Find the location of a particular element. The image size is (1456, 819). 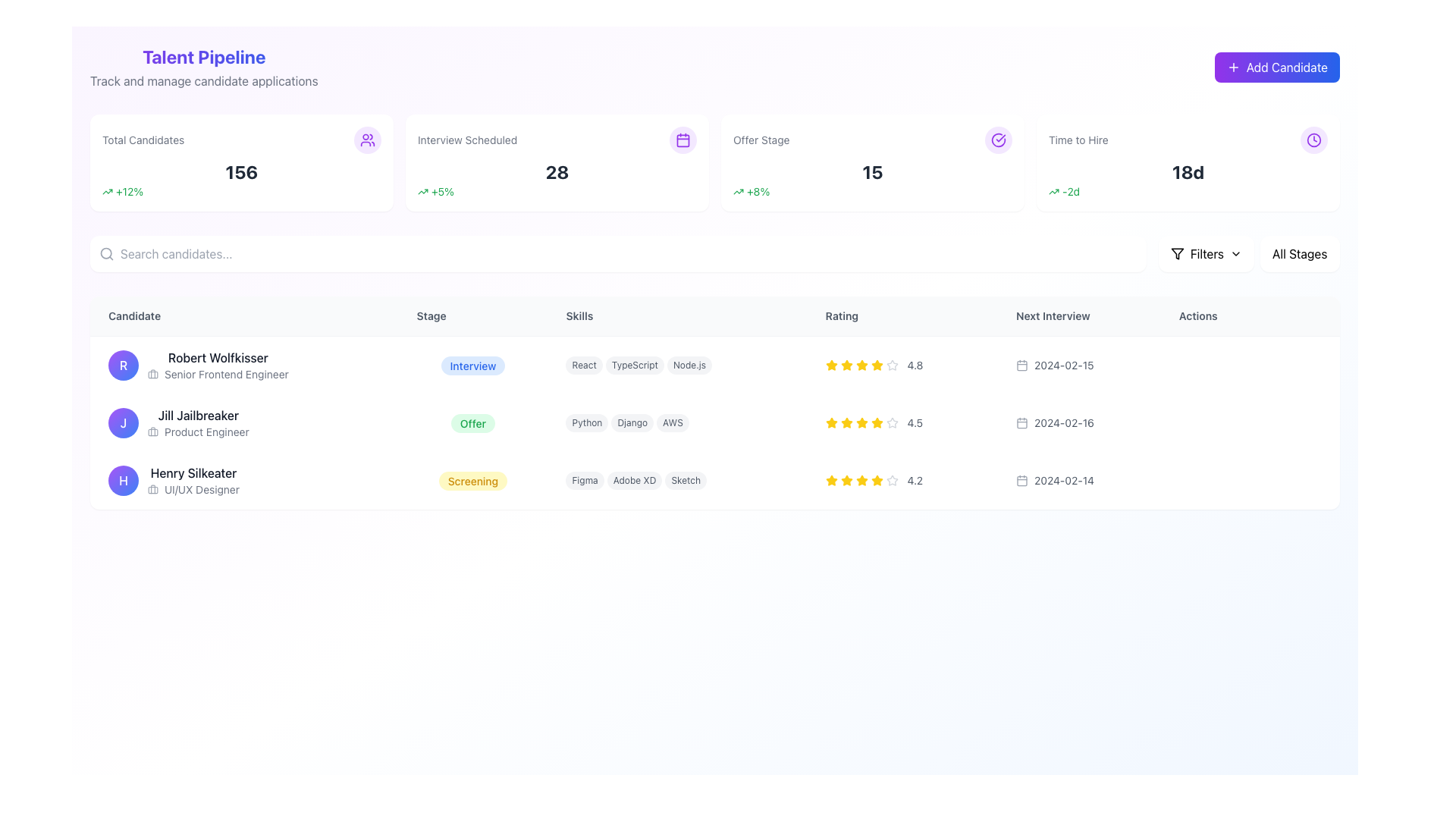

the status tag for the candidate Robert Wolfkisser in the 'Stage' column of the recruitment process table is located at coordinates (472, 366).